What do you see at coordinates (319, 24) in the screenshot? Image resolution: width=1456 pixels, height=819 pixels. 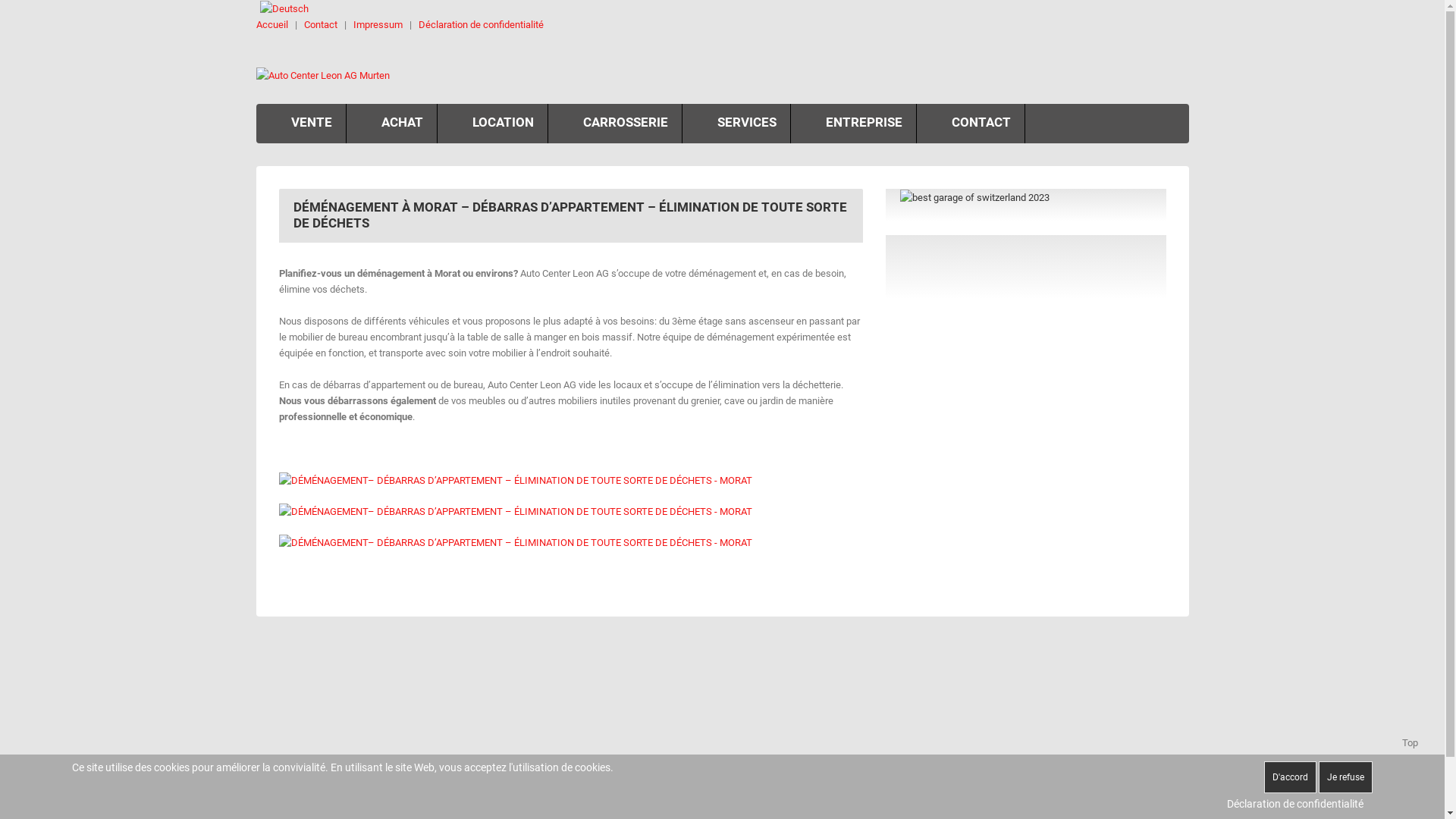 I see `'Contact'` at bounding box center [319, 24].